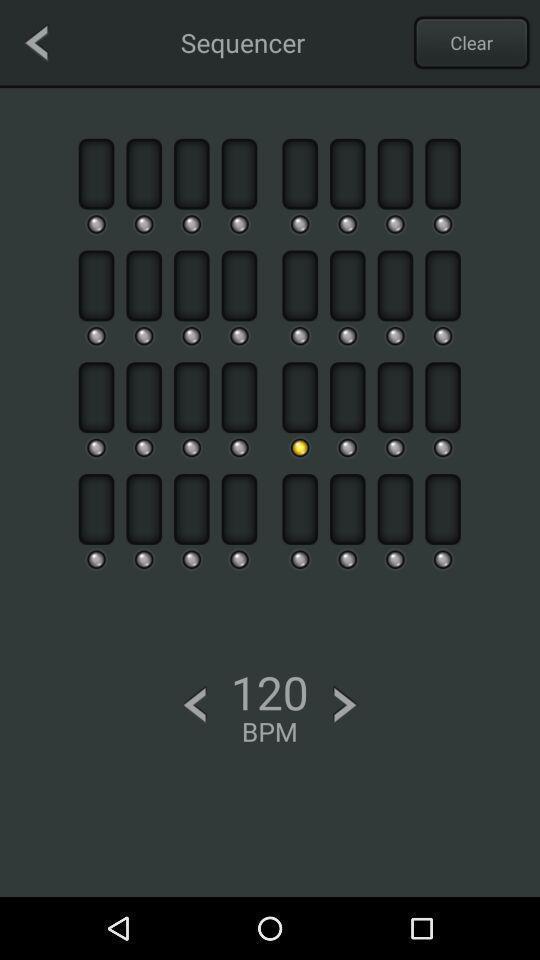 Image resolution: width=540 pixels, height=960 pixels. What do you see at coordinates (344, 705) in the screenshot?
I see `increase` at bounding box center [344, 705].